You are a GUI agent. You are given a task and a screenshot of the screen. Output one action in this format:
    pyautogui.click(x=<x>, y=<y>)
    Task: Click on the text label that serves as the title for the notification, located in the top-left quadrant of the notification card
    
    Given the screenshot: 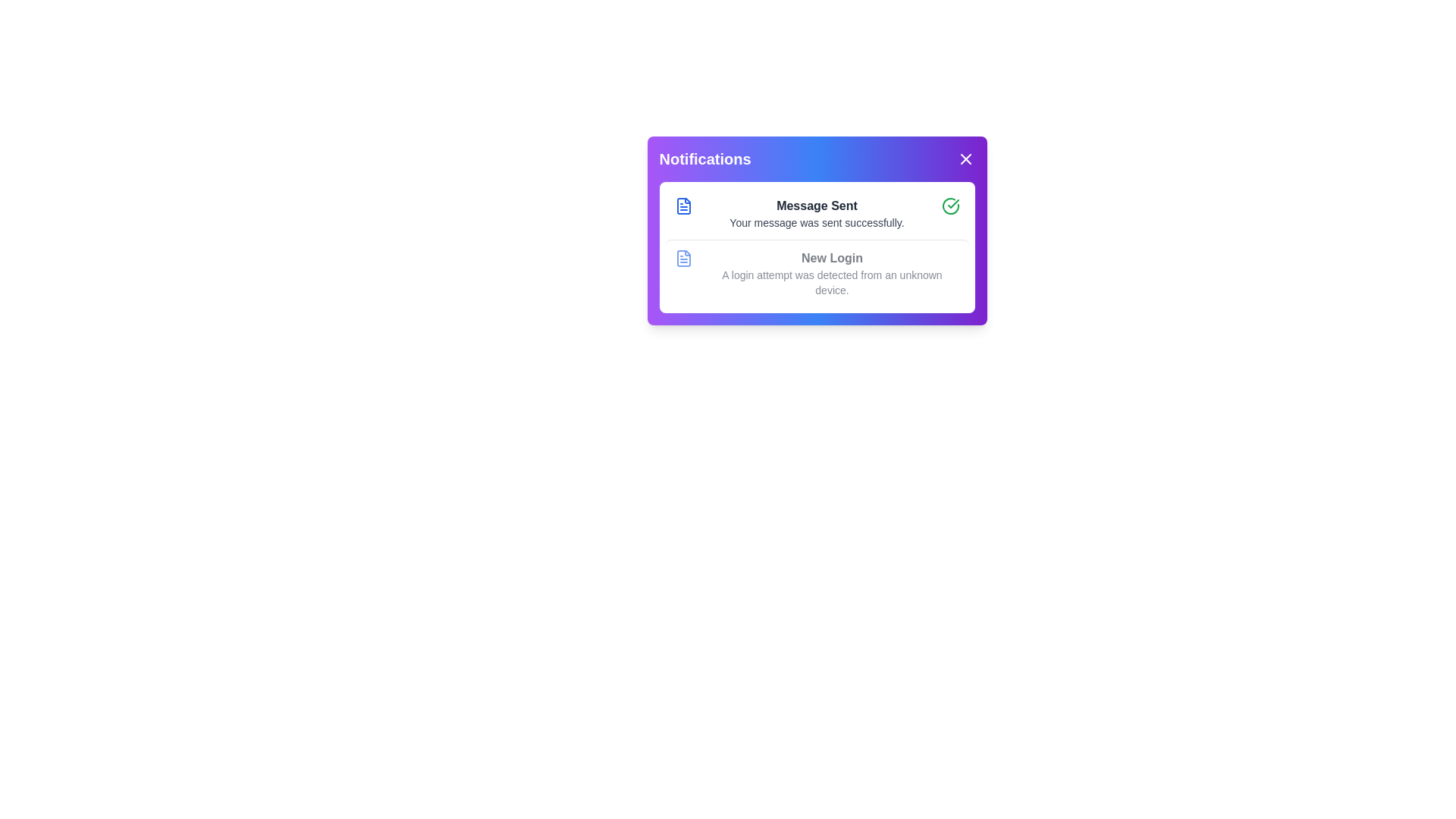 What is the action you would take?
    pyautogui.click(x=816, y=206)
    